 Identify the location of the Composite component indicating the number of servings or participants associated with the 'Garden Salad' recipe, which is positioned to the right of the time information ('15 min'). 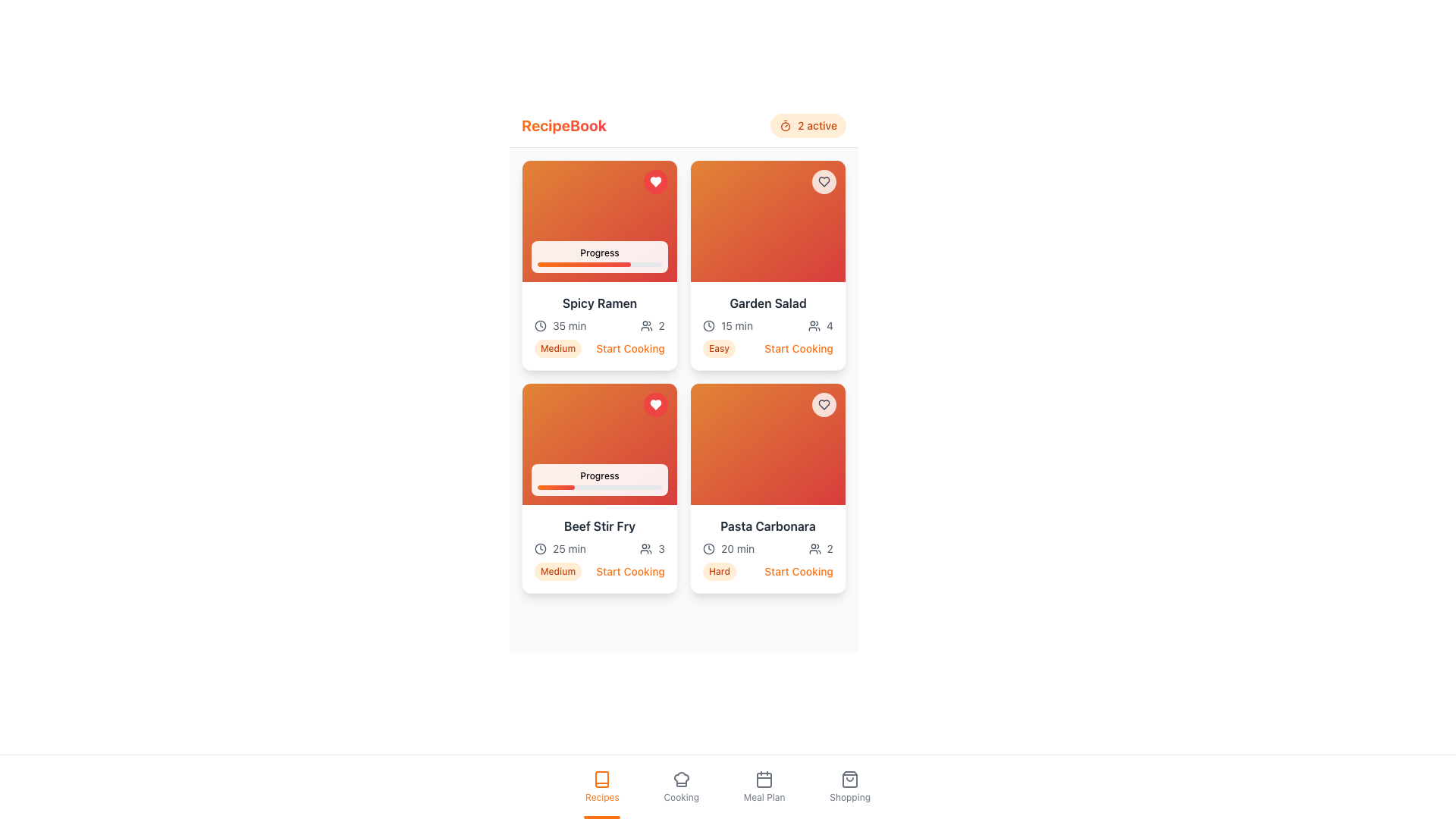
(820, 325).